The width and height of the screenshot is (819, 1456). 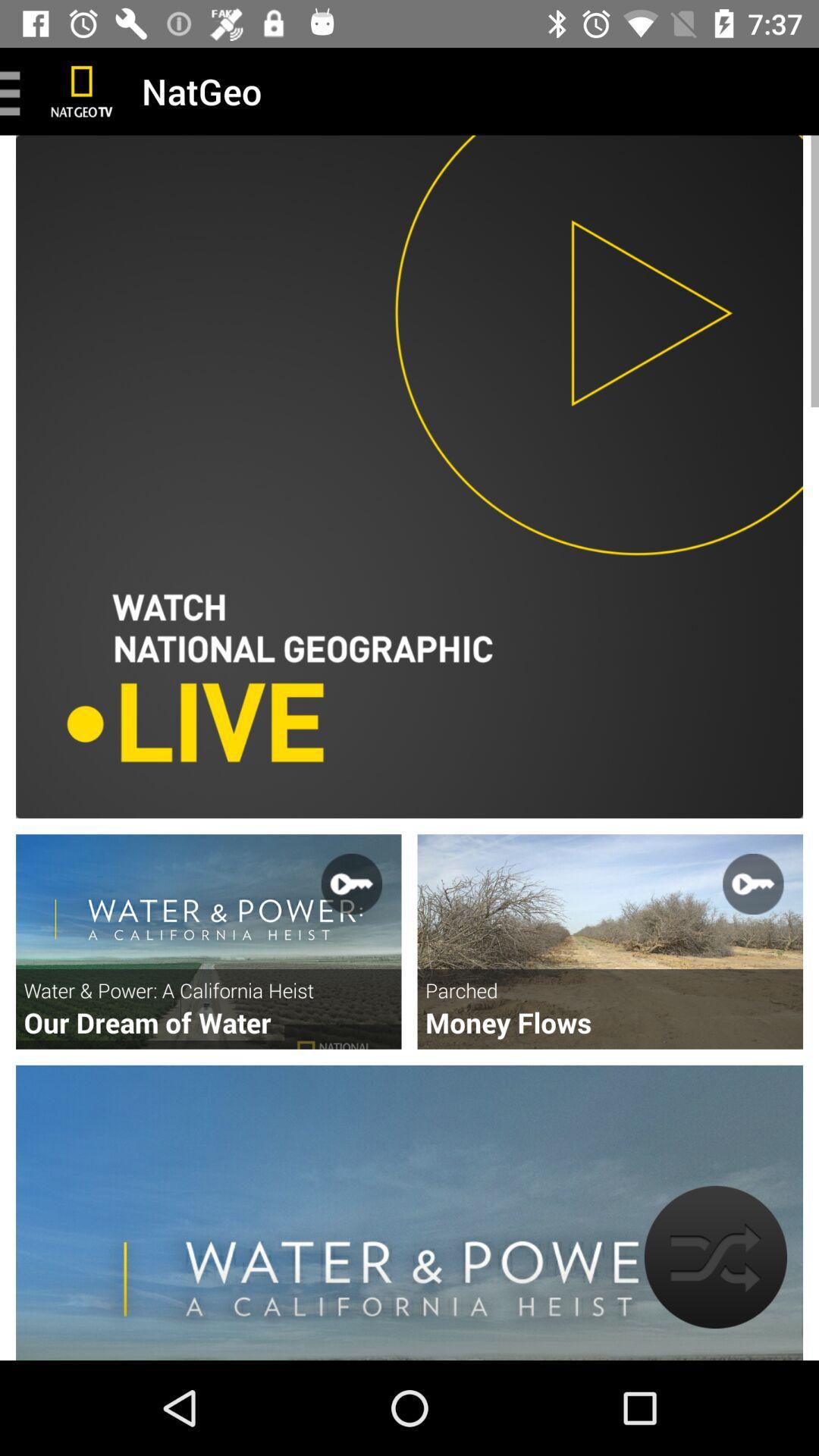 What do you see at coordinates (609, 941) in the screenshot?
I see `the page of the show` at bounding box center [609, 941].